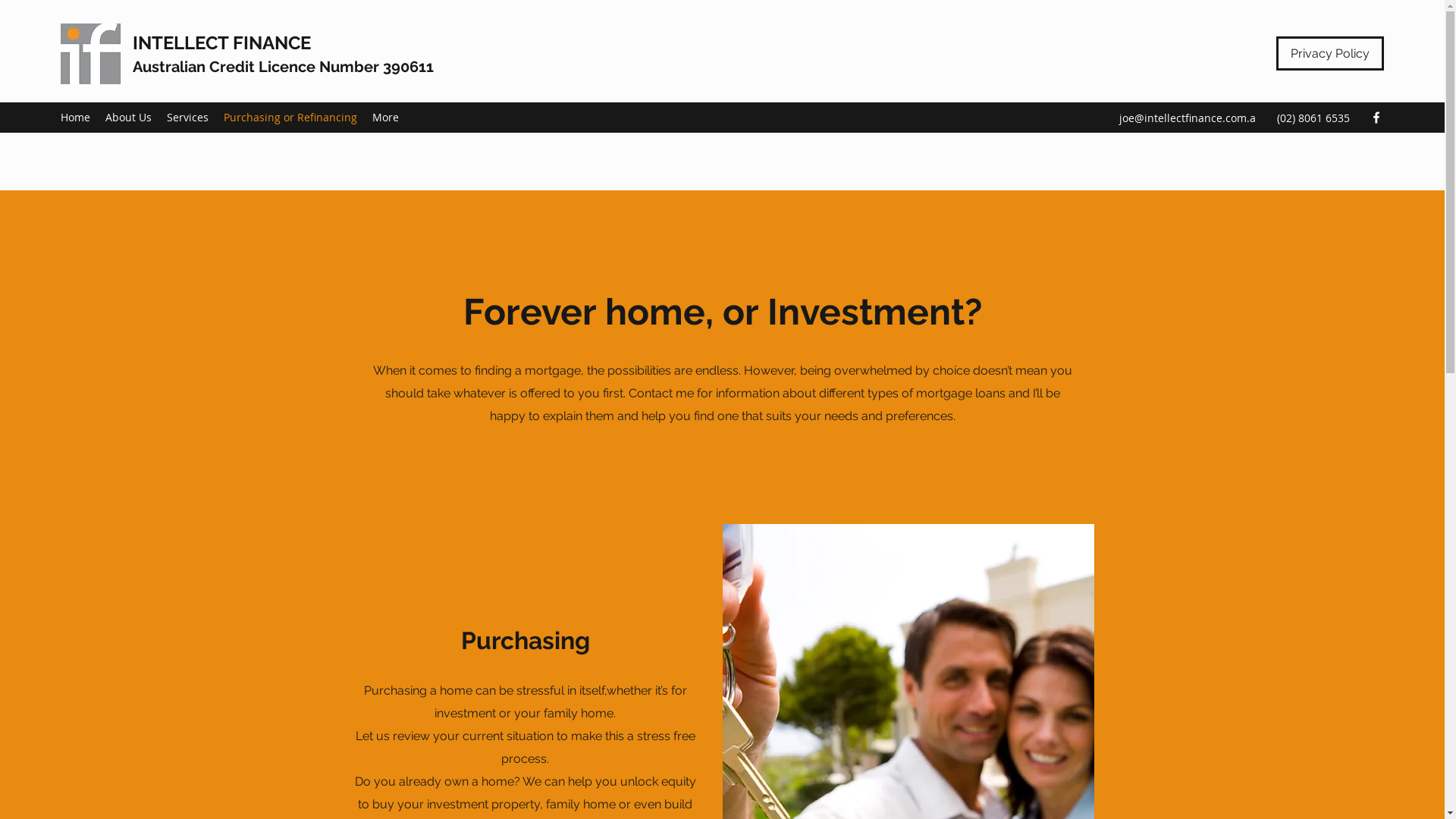  I want to click on 'Services', so click(187, 116).